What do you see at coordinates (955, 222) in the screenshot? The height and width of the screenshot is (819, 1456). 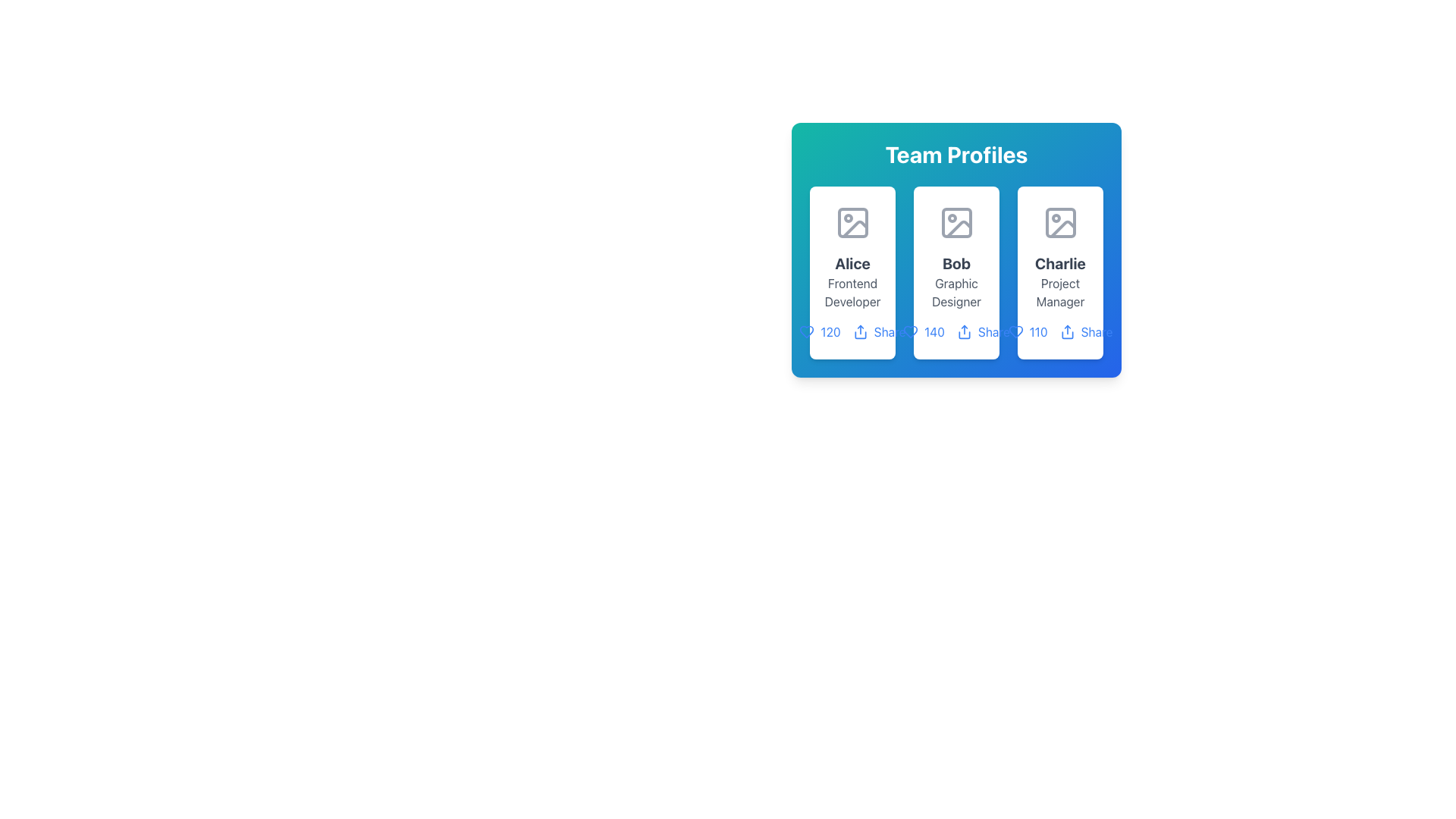 I see `the gray image placeholder icon resembling a mountain and sun, located in the second card titled 'Bob', describing a 'Graphic Designer'` at bounding box center [955, 222].